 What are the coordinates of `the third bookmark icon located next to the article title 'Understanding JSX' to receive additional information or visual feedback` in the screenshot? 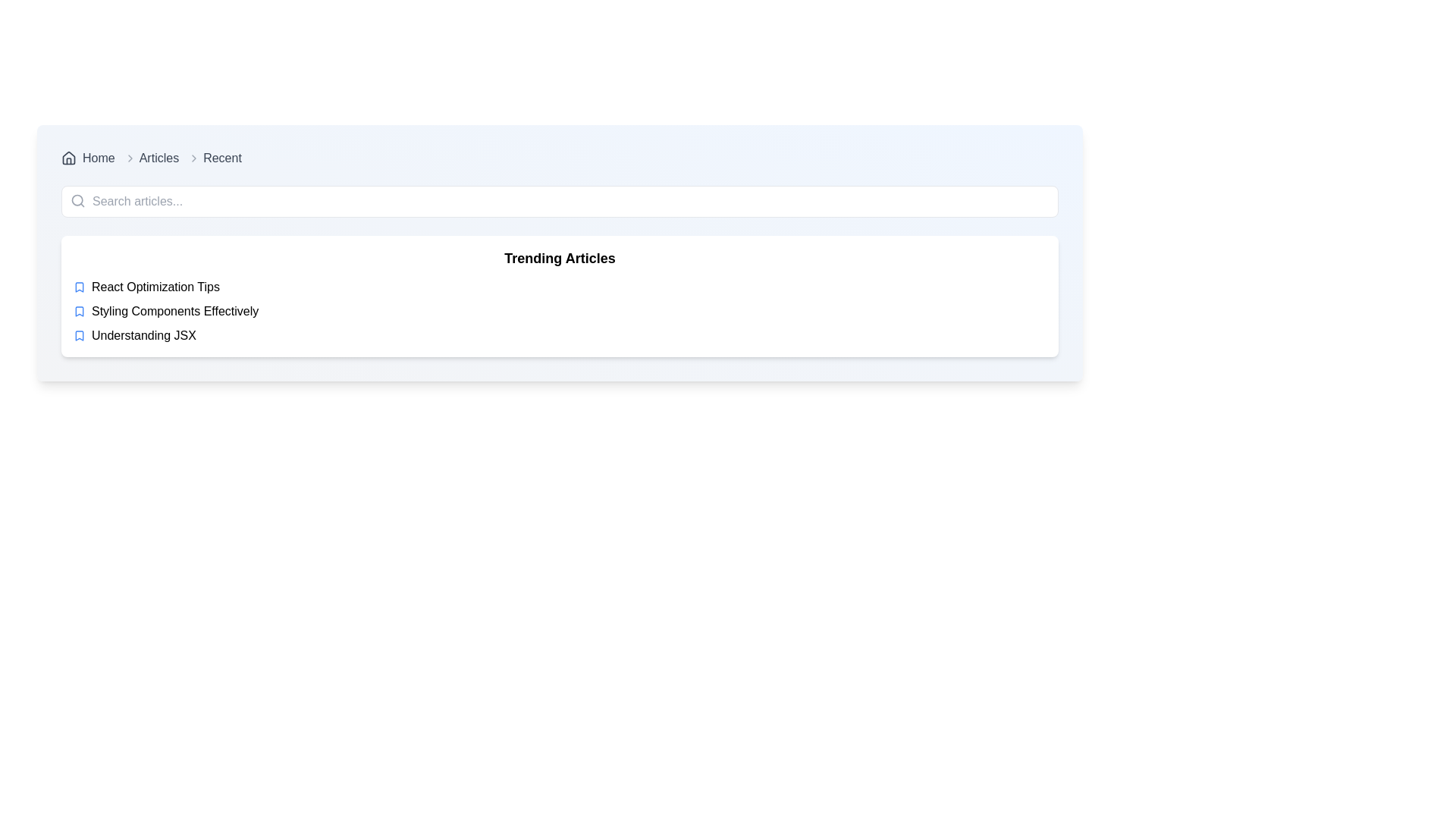 It's located at (79, 335).